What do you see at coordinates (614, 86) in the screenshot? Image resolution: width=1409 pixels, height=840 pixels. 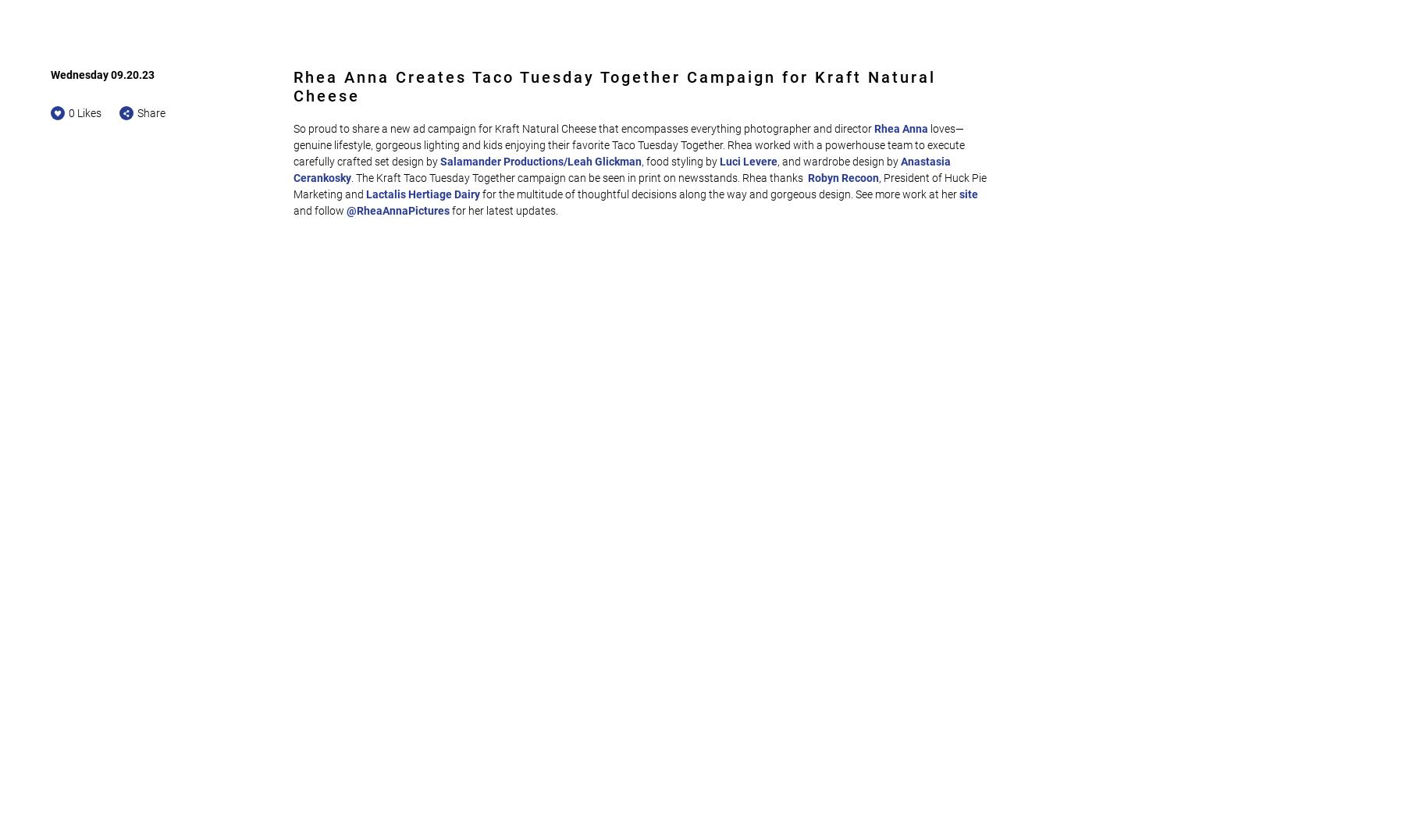 I see `'Rhea Anna Creates Taco Tuesday Together Campaign for Kraft Natural Cheese'` at bounding box center [614, 86].